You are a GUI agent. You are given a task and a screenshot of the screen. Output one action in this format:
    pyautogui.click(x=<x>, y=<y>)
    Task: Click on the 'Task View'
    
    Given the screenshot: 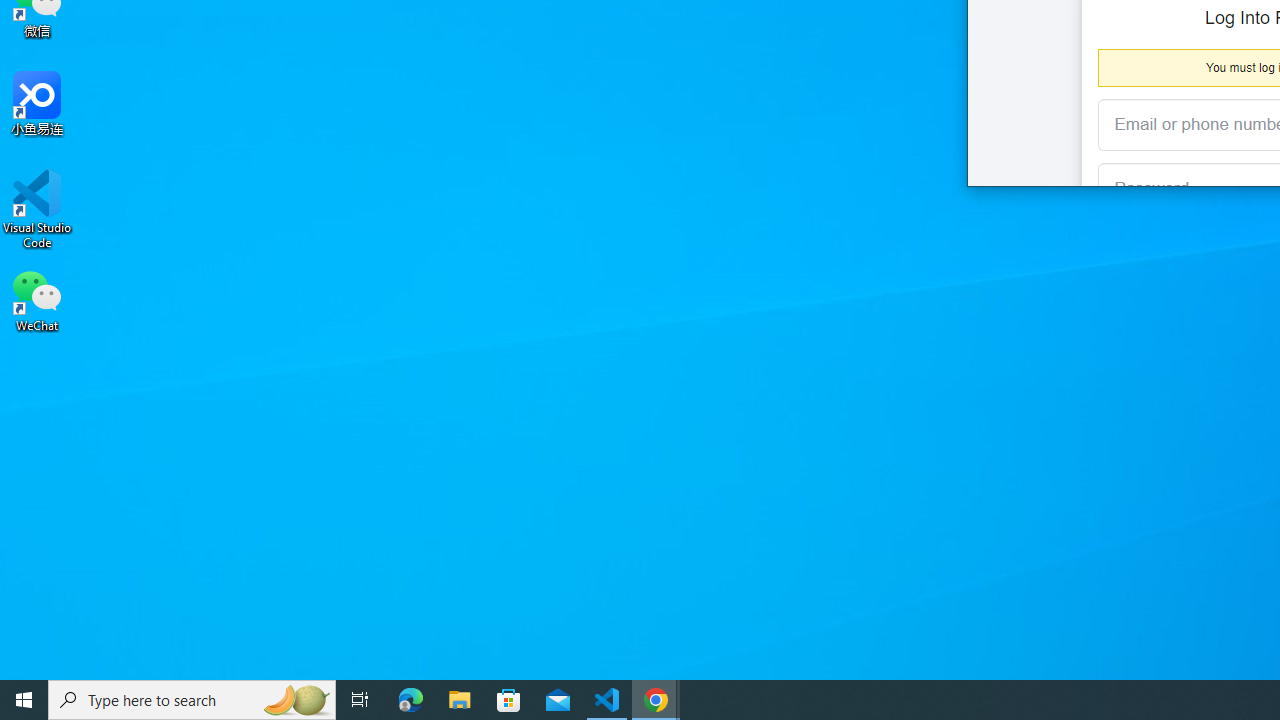 What is the action you would take?
    pyautogui.click(x=359, y=698)
    